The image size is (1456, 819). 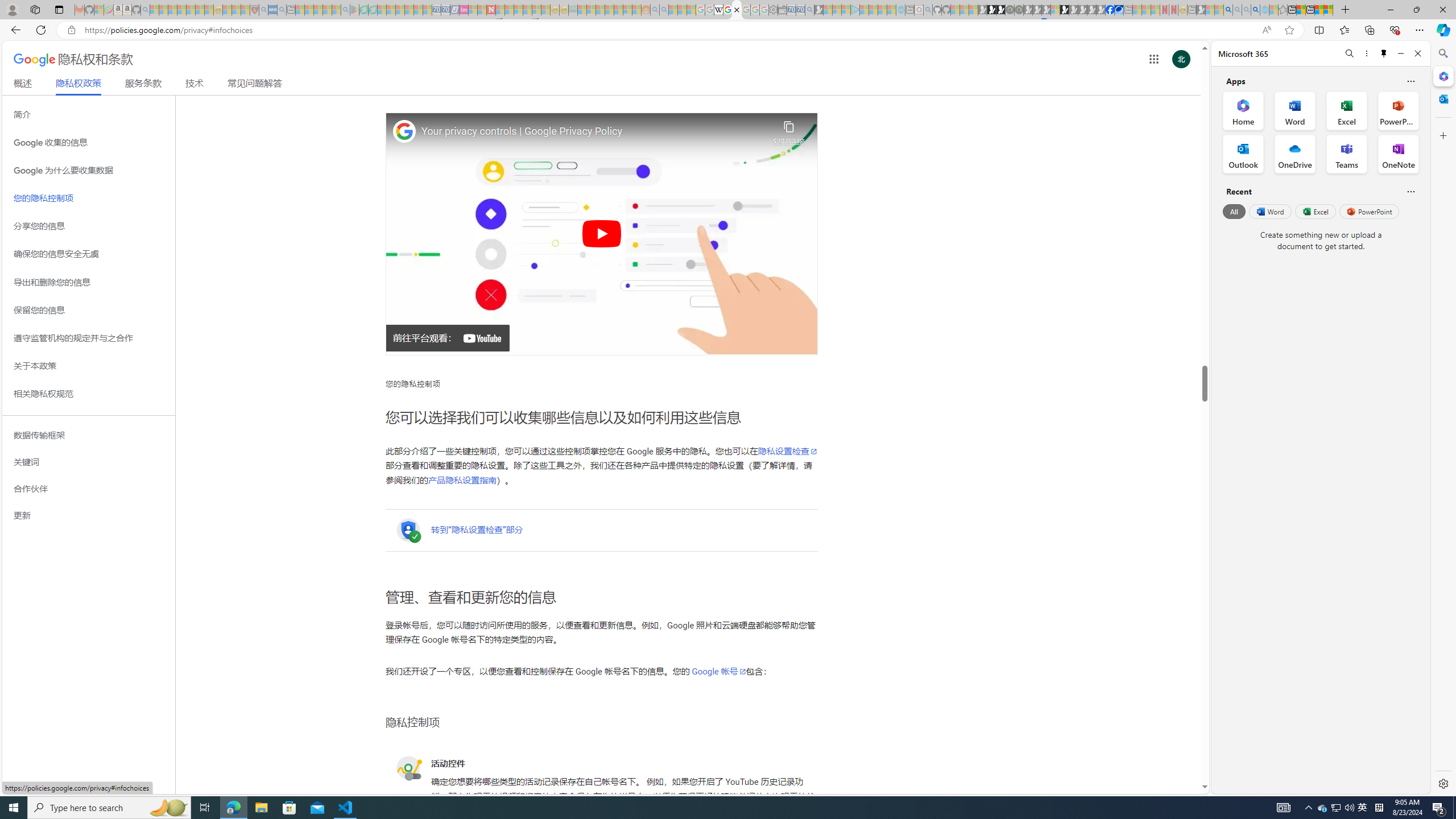 I want to click on 'Nordace | Facebook', so click(x=1110, y=9).